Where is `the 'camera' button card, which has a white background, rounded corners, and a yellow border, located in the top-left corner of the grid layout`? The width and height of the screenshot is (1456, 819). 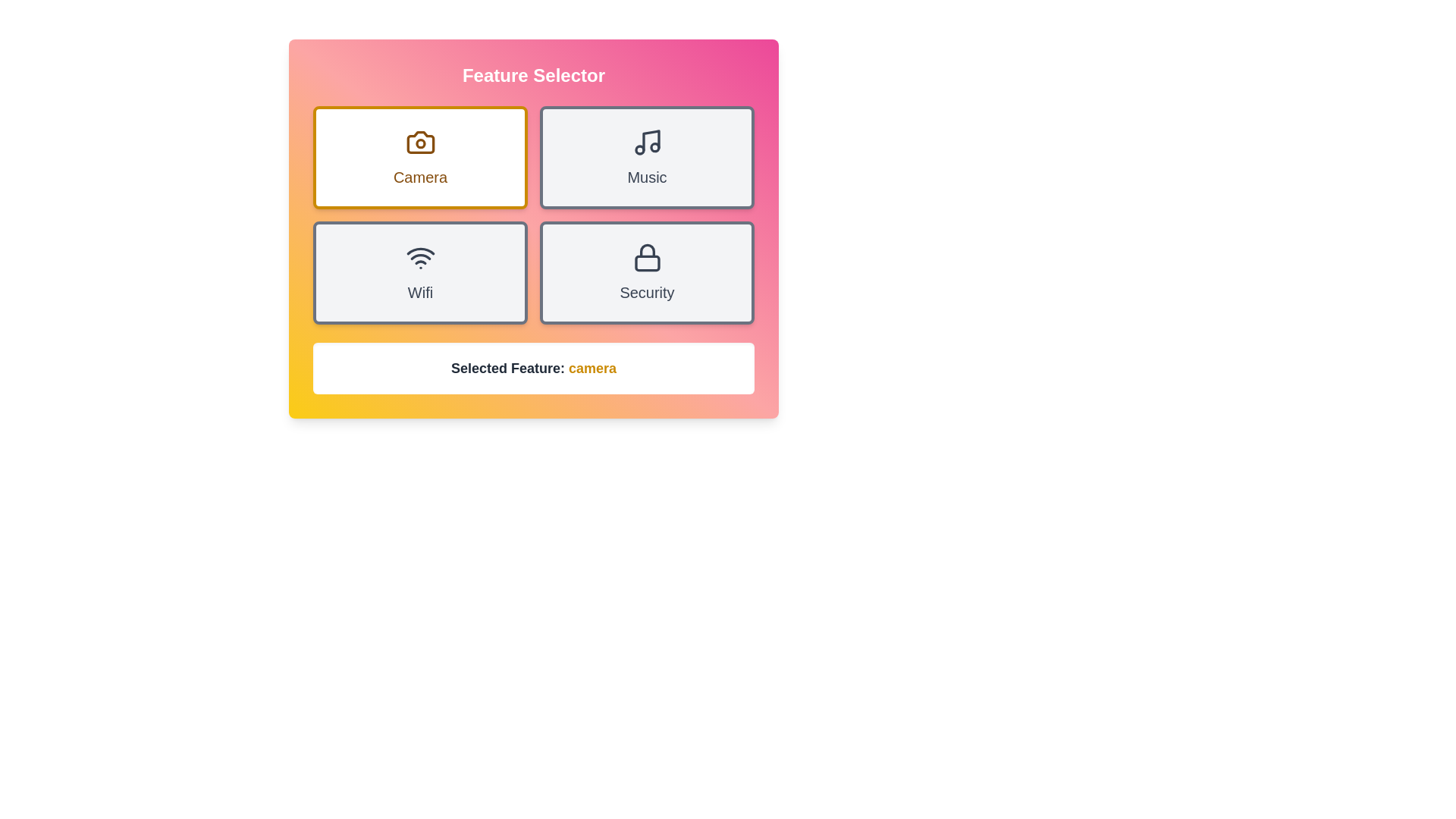
the 'camera' button card, which has a white background, rounded corners, and a yellow border, located in the top-left corner of the grid layout is located at coordinates (420, 158).